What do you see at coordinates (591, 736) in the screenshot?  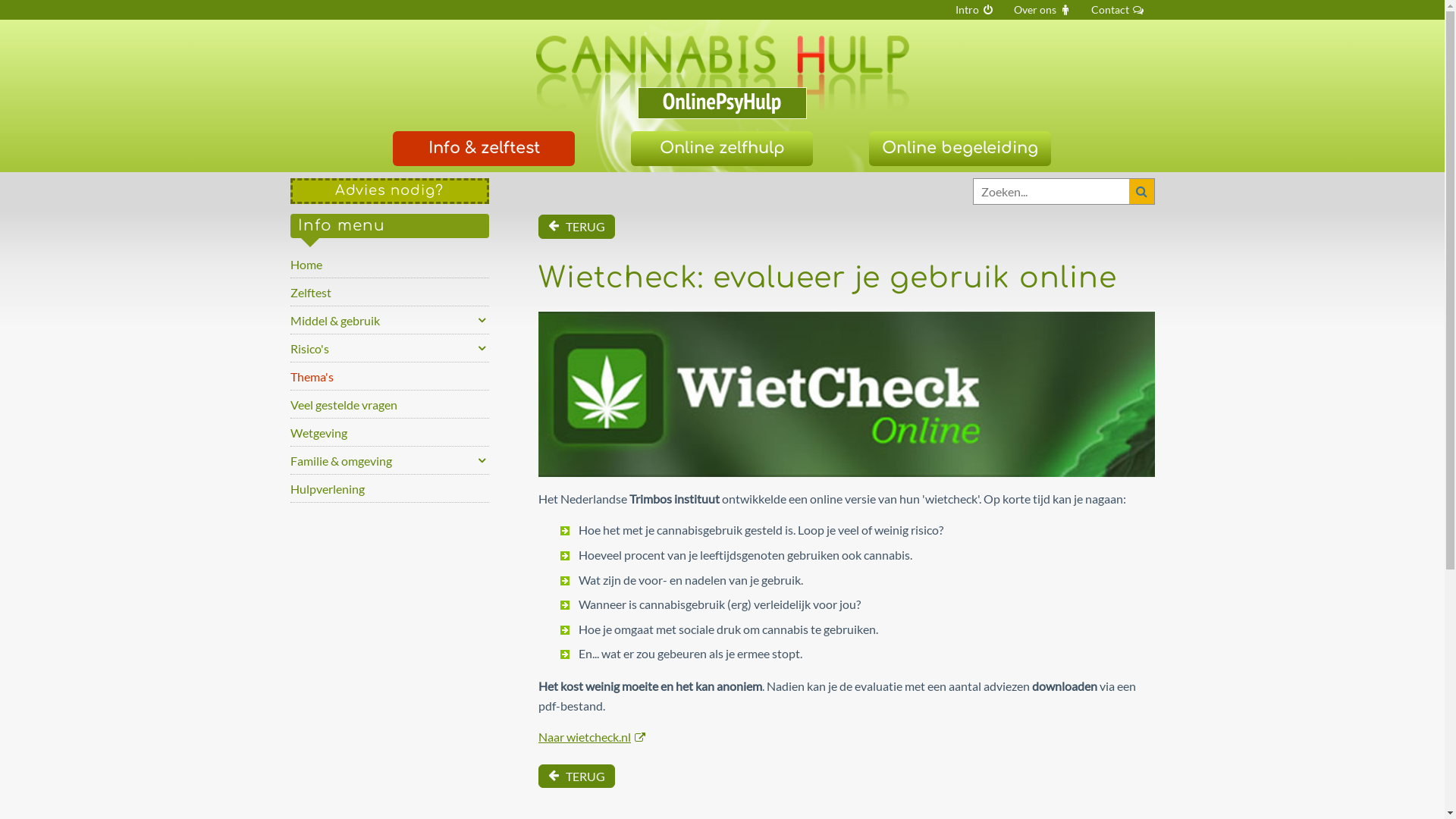 I see `'Naar wietcheck.nl'` at bounding box center [591, 736].